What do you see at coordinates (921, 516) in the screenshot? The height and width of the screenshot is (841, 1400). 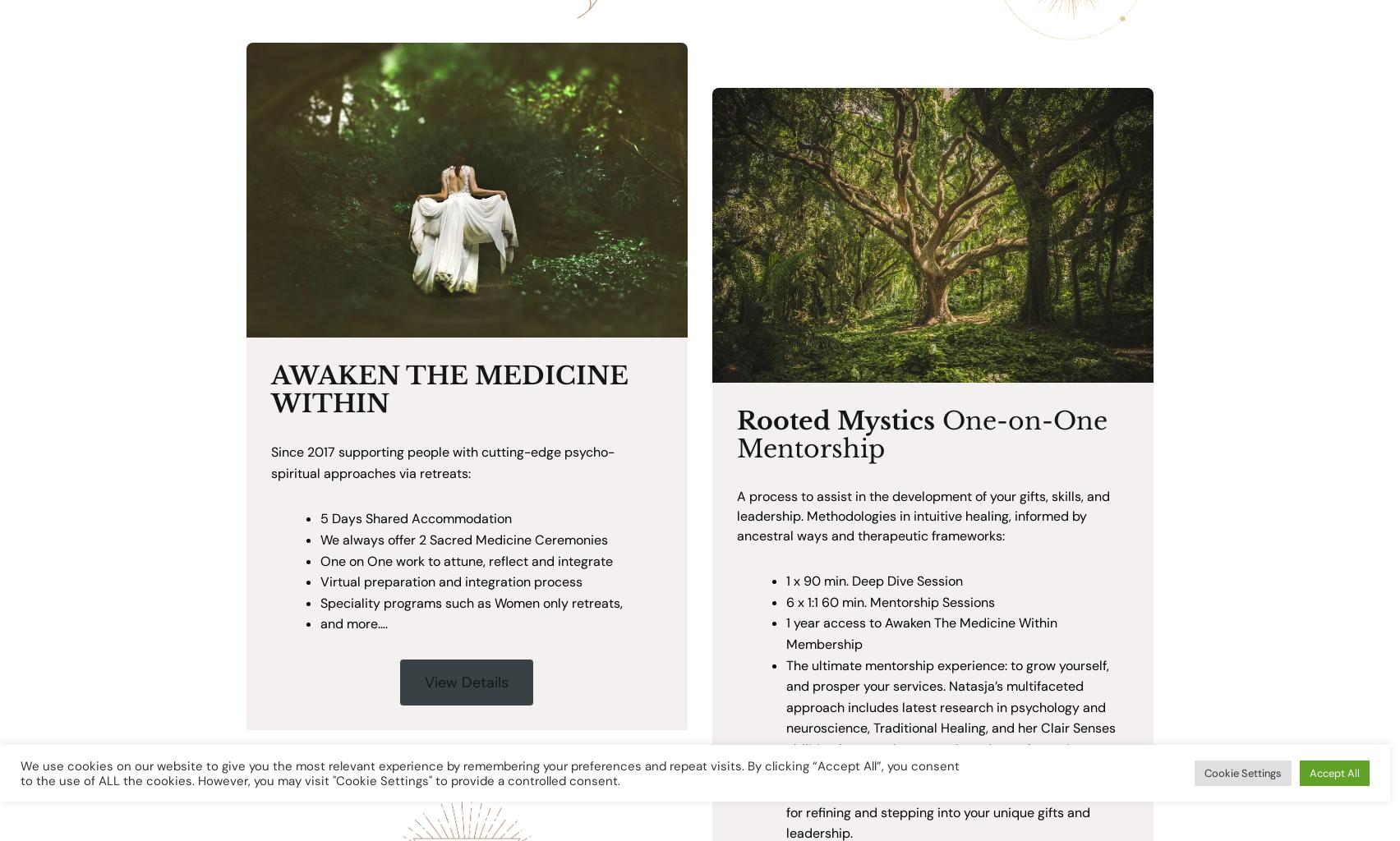 I see `'A process to assist in the development of your gifts, skills, and leadership. Methodologies in intuitive healing, informed by ancestral ways and therapeutic frameworks:'` at bounding box center [921, 516].